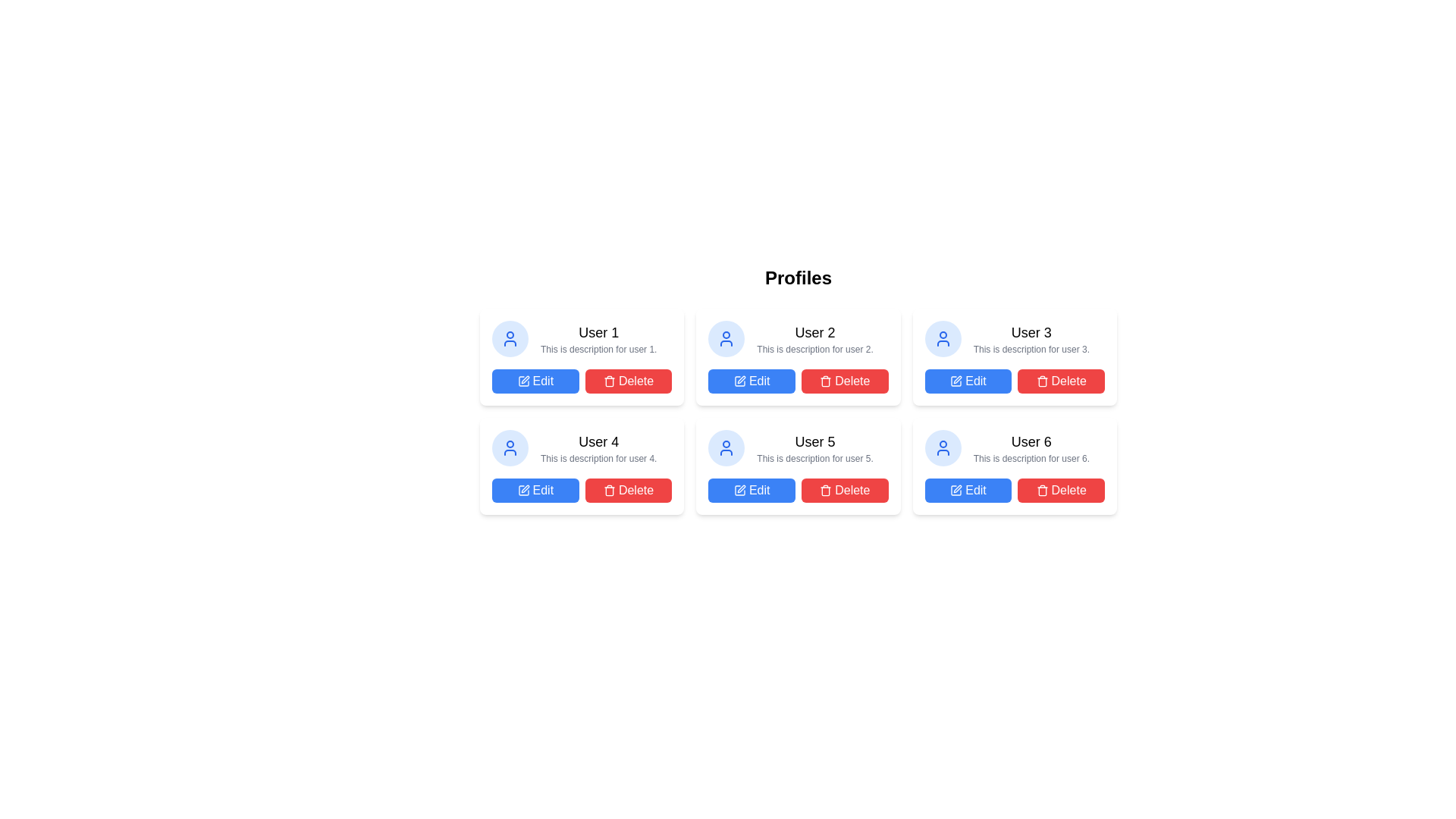 The height and width of the screenshot is (819, 1456). What do you see at coordinates (957, 379) in the screenshot?
I see `the edit icon within the 'Edit' button for the user profile labeled 'User 3', located in the rightmost column of the top row of user cards` at bounding box center [957, 379].